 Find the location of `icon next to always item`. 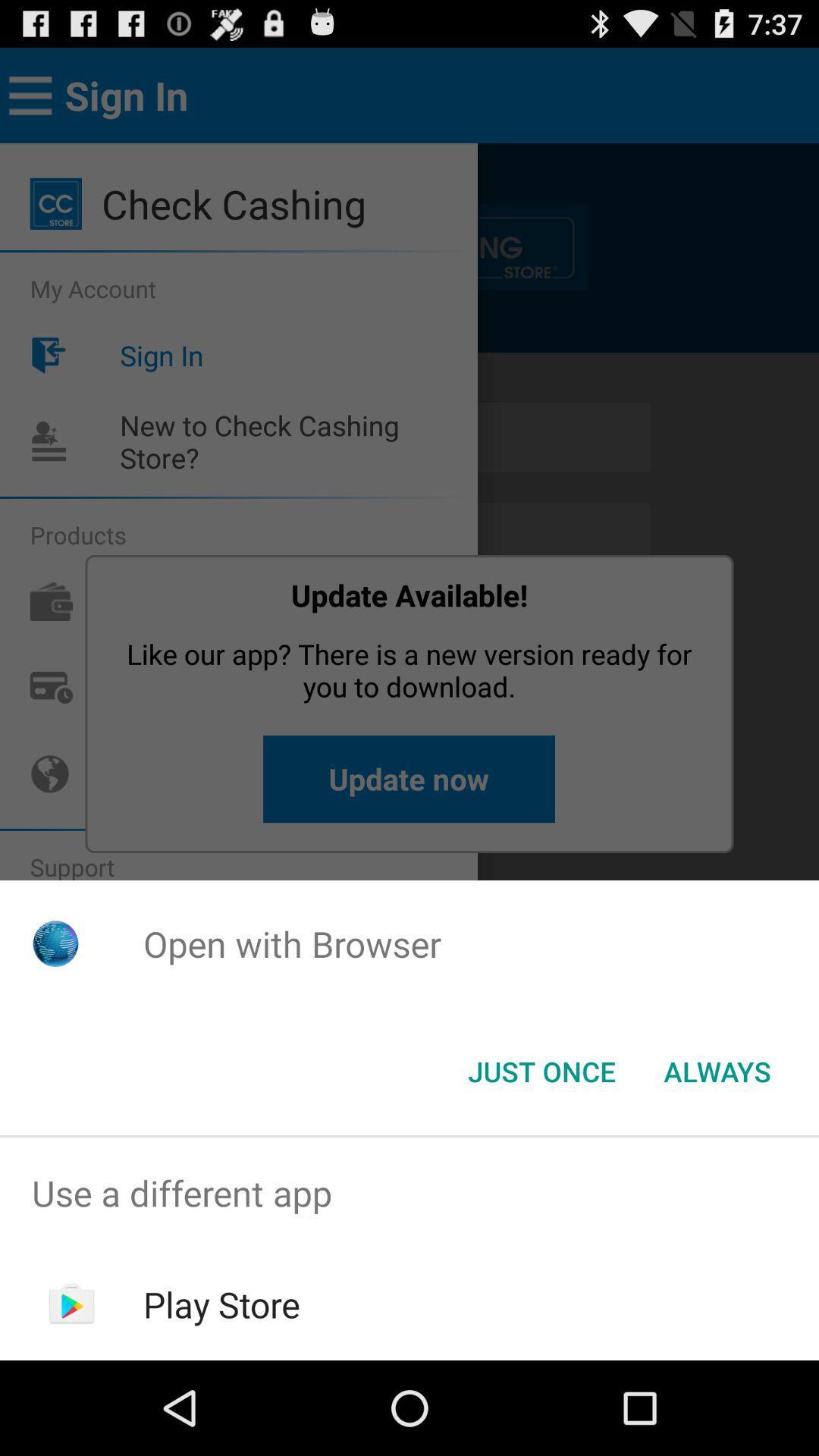

icon next to always item is located at coordinates (541, 1070).